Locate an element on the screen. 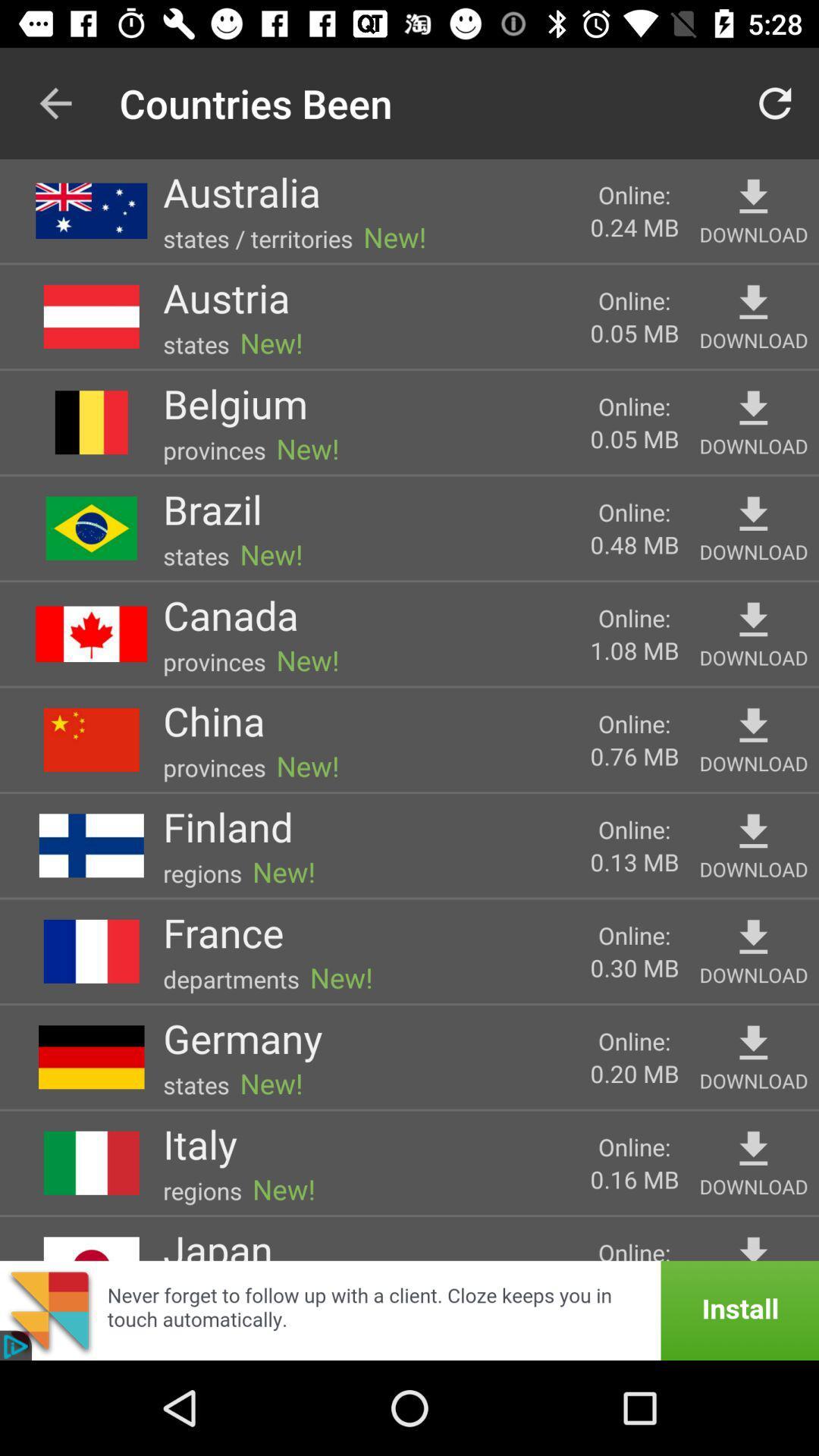 This screenshot has width=819, height=1456. icon to the left of new! is located at coordinates (241, 191).